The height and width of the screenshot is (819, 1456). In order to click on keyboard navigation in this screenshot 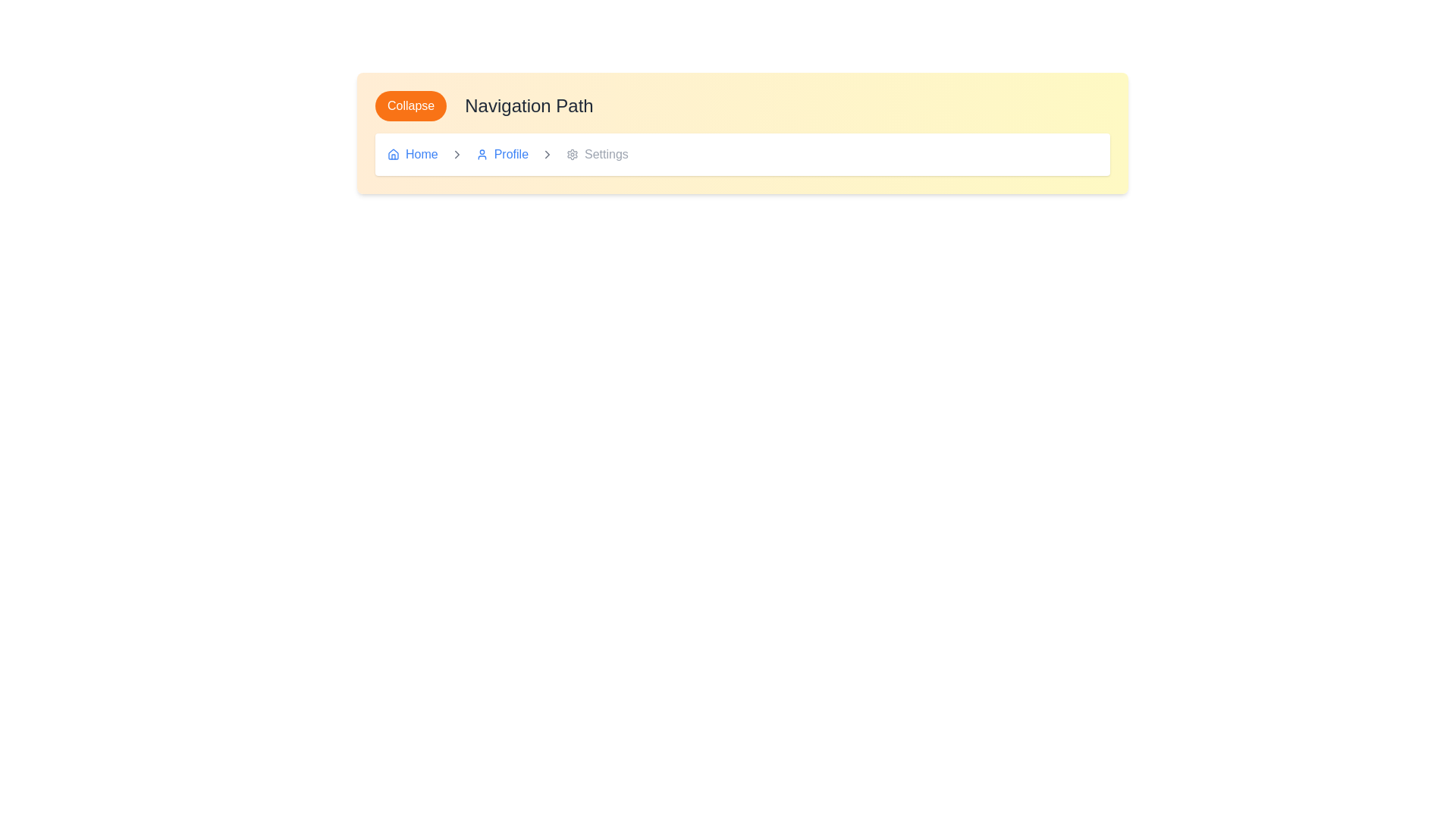, I will do `click(547, 155)`.